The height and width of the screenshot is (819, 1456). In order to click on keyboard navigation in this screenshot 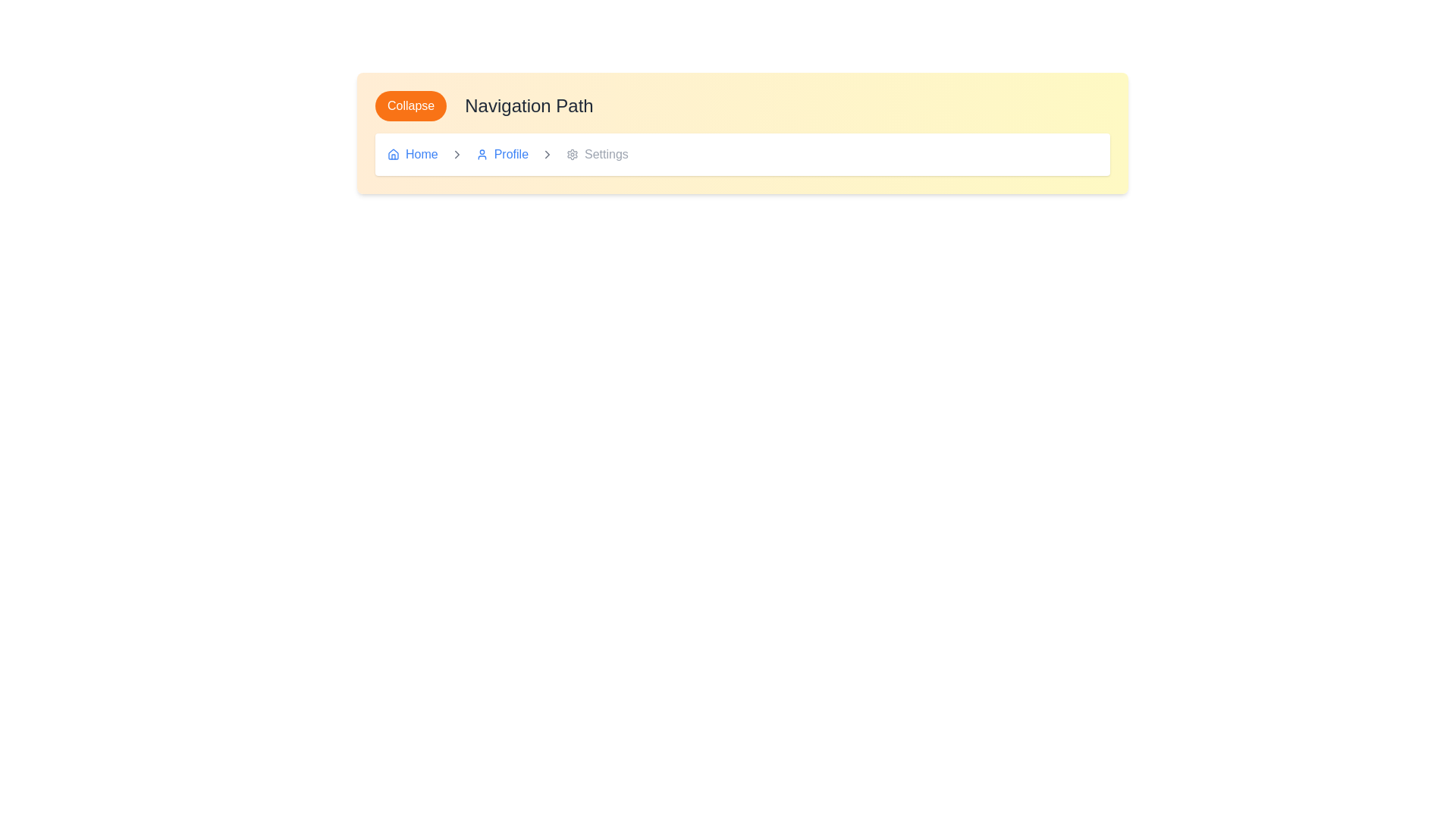, I will do `click(547, 155)`.